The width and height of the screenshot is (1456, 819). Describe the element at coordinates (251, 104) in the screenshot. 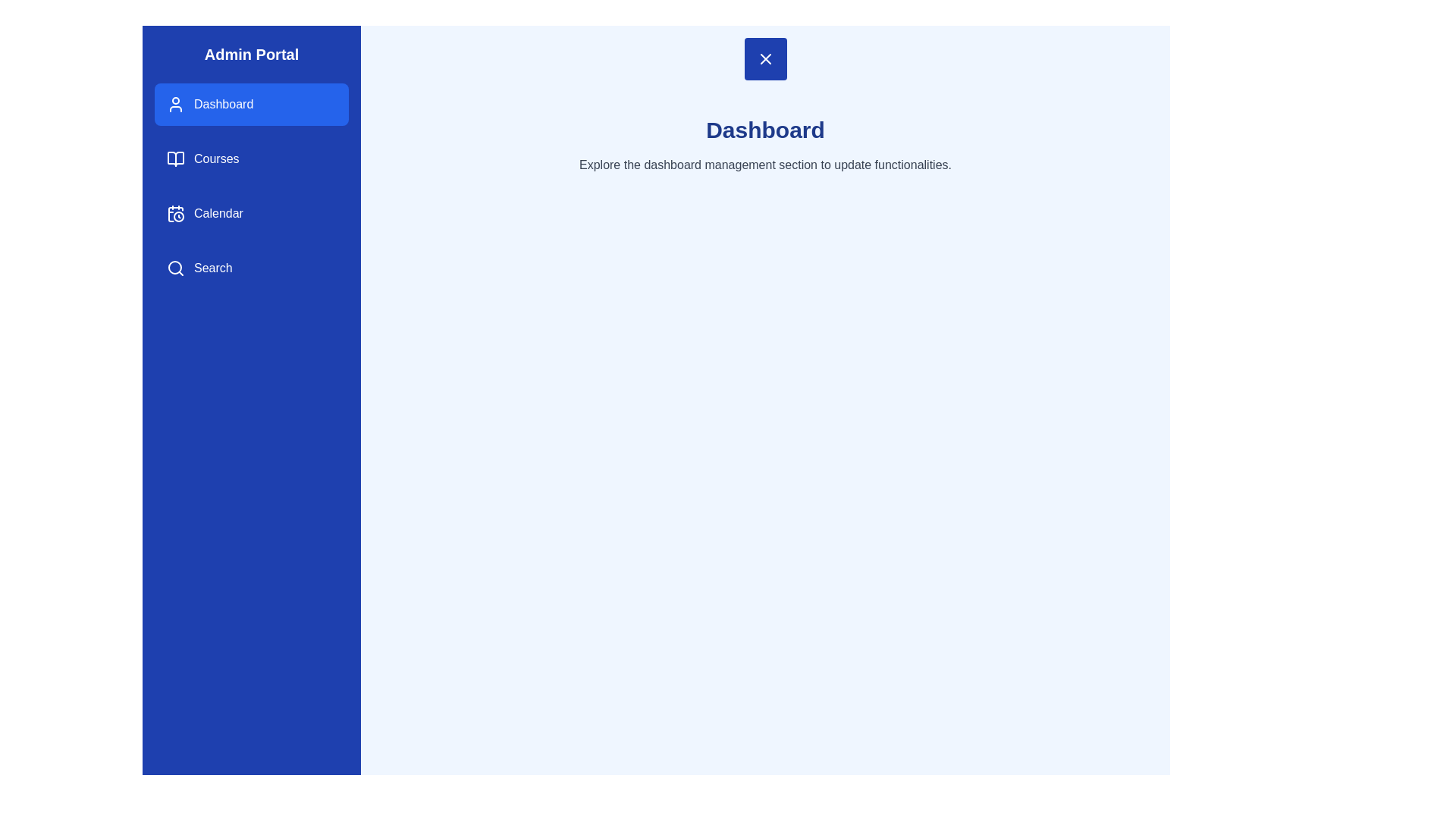

I see `the menu section Dashboard` at that location.